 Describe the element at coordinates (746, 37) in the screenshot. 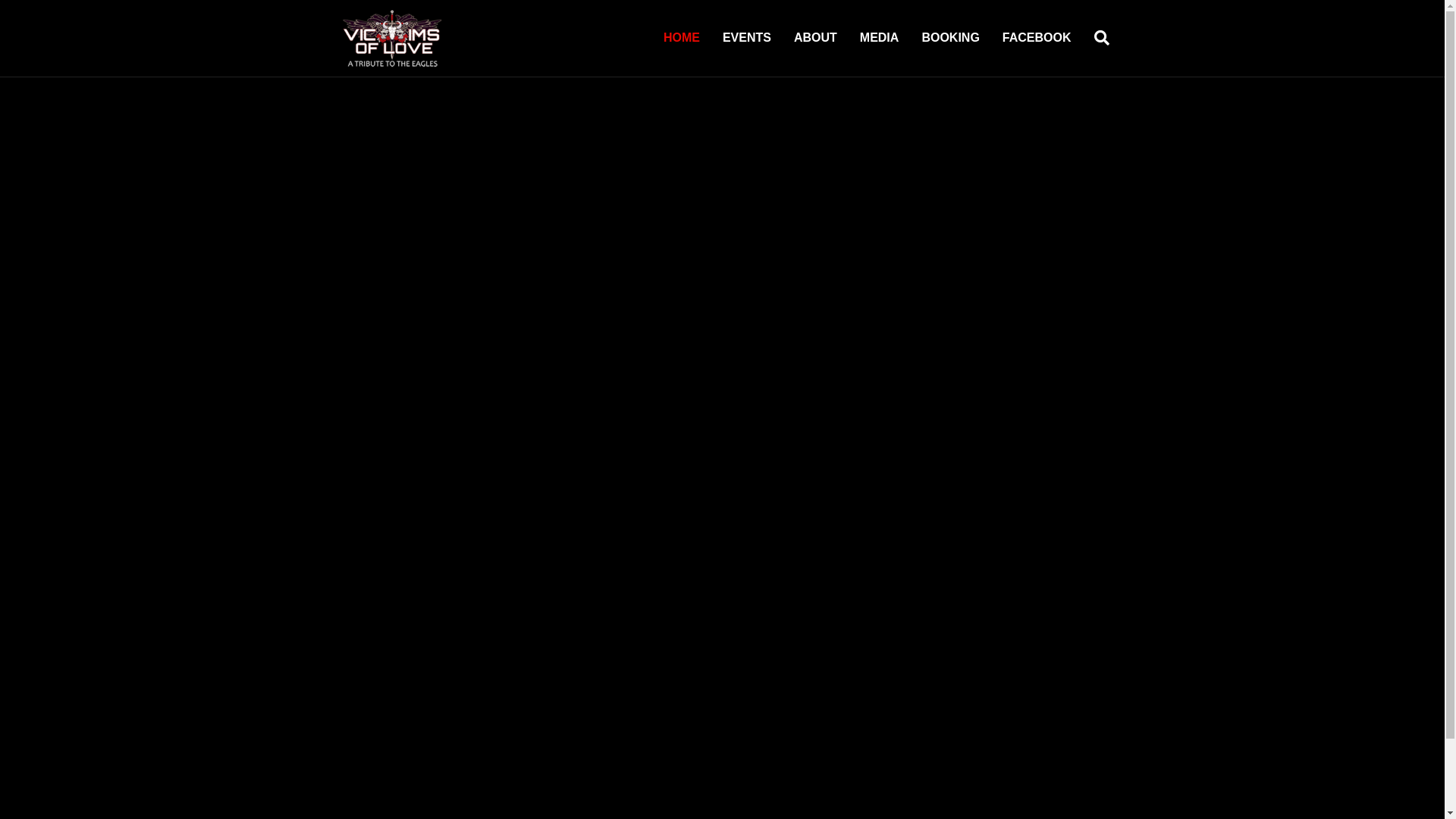

I see `'EVENTS'` at that location.